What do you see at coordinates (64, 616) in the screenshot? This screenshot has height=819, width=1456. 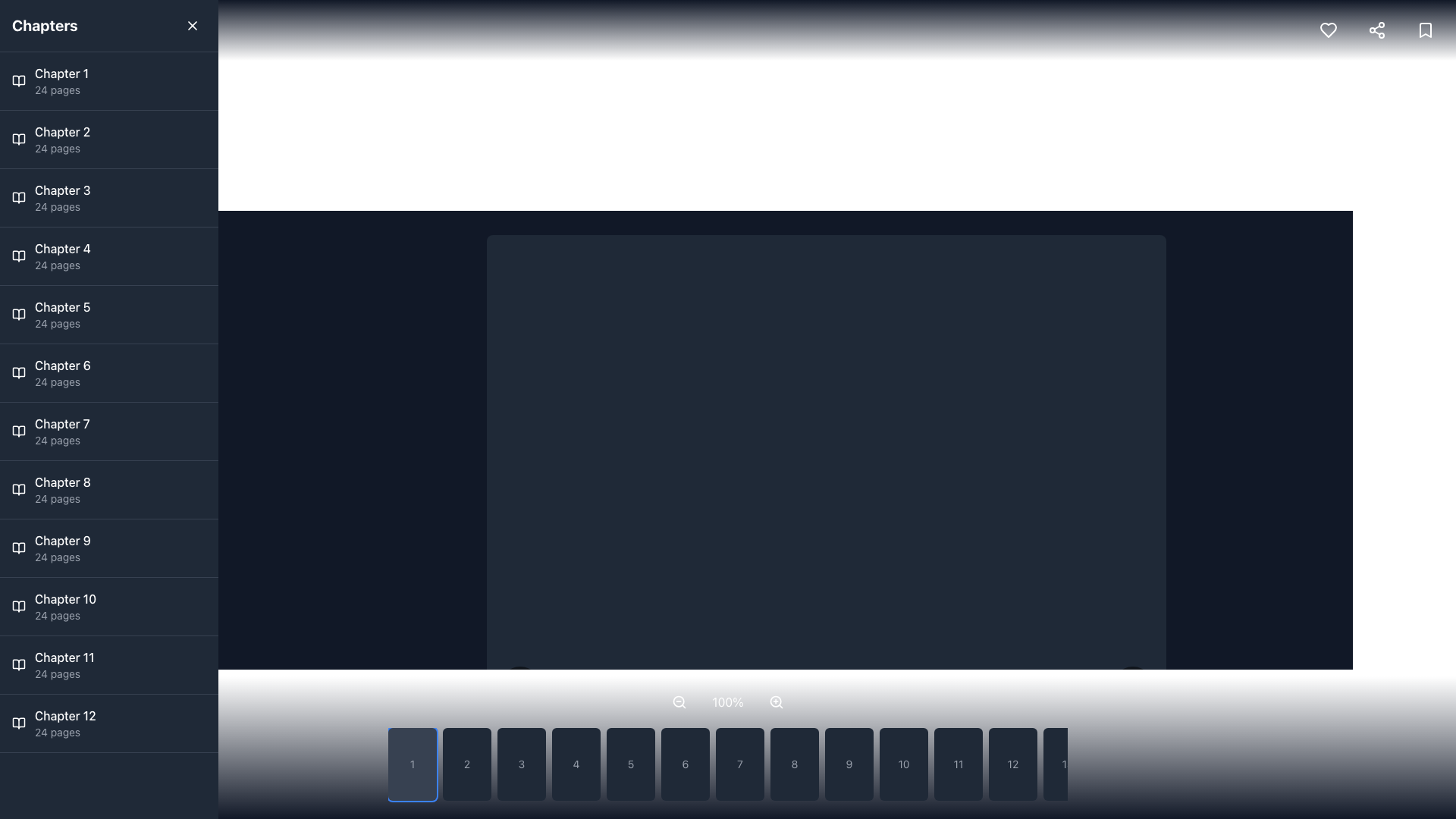 I see `Text label that displays additional details about Chapter 10, specifically its page count, located under the chapter title in the left-side vertical list panel` at bounding box center [64, 616].